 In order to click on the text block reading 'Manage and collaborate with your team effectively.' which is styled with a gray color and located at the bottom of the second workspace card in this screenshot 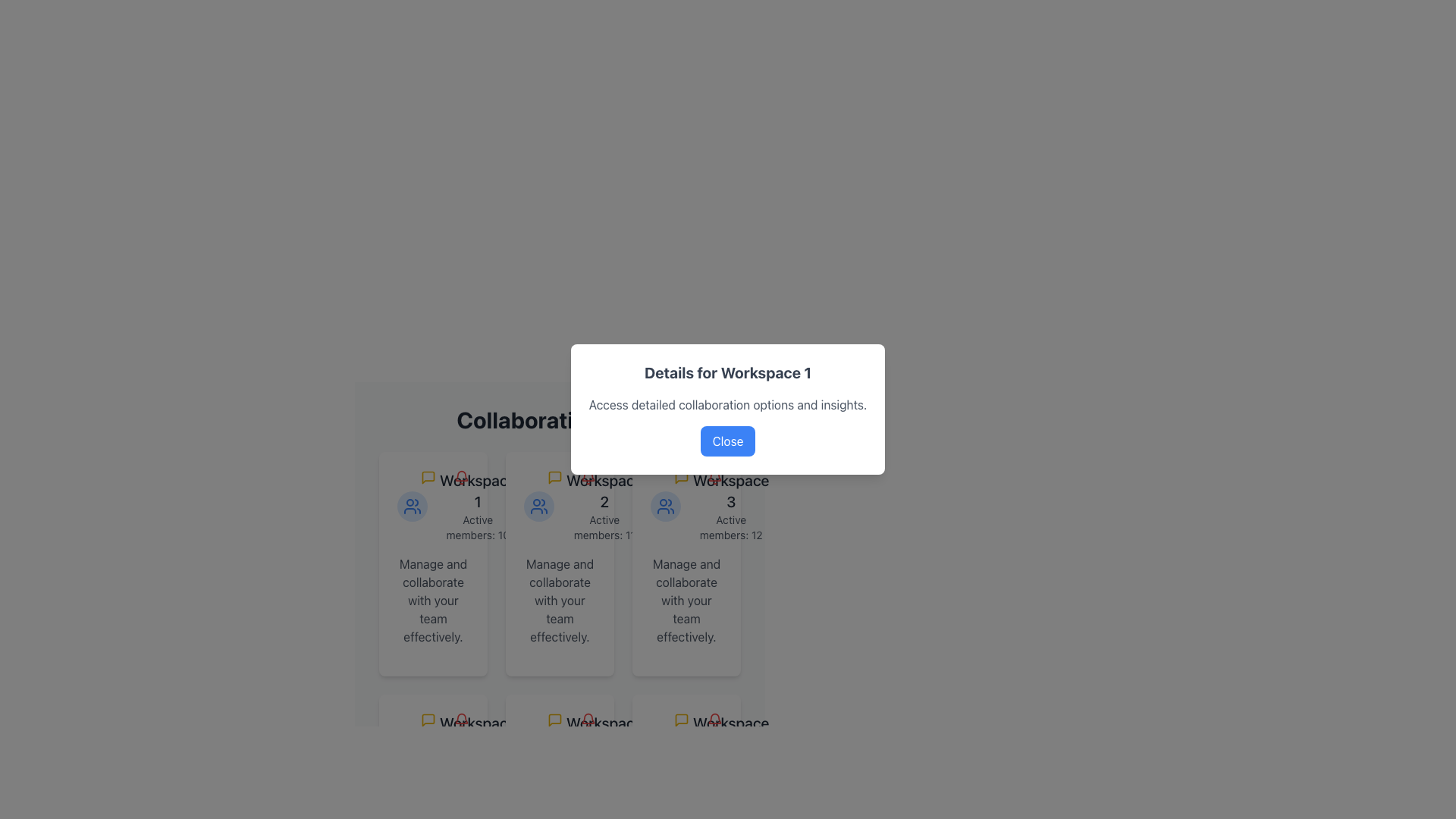, I will do `click(559, 599)`.